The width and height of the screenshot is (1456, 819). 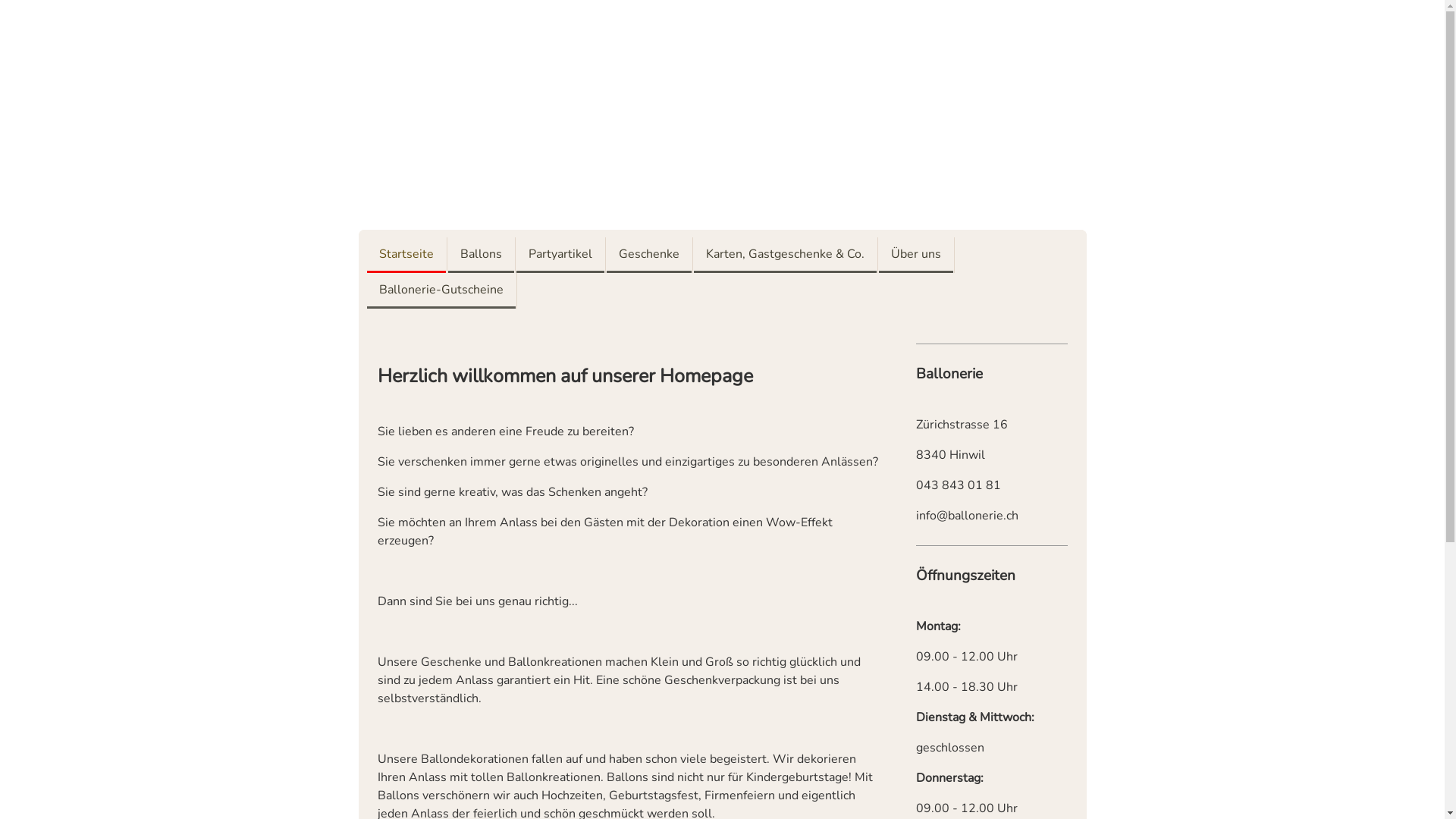 What do you see at coordinates (692, 254) in the screenshot?
I see `'Karten, Gastgeschenke & Co.'` at bounding box center [692, 254].